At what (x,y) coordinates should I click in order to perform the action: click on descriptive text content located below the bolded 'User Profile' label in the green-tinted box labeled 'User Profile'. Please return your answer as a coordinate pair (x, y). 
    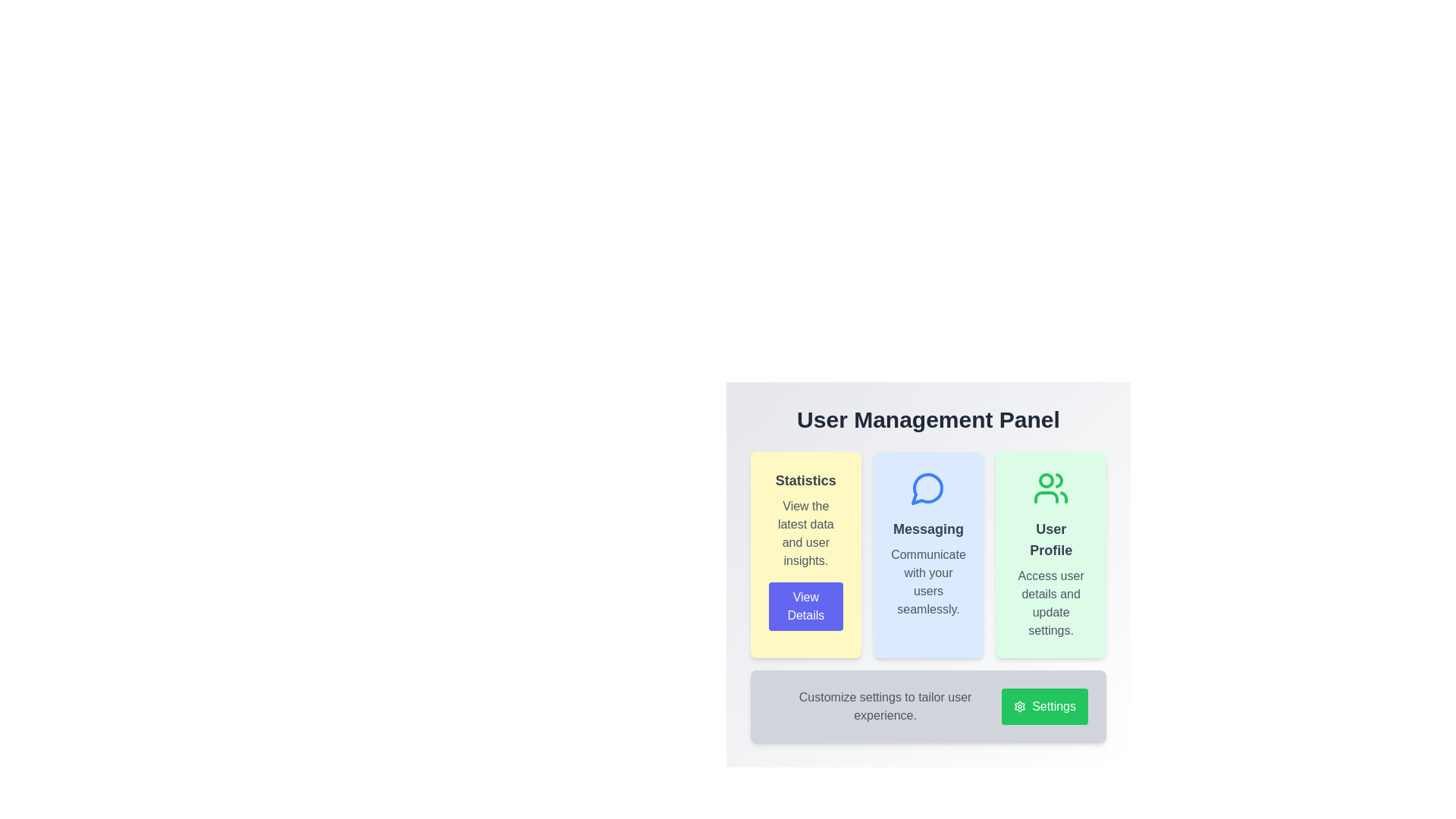
    Looking at the image, I should click on (1050, 602).